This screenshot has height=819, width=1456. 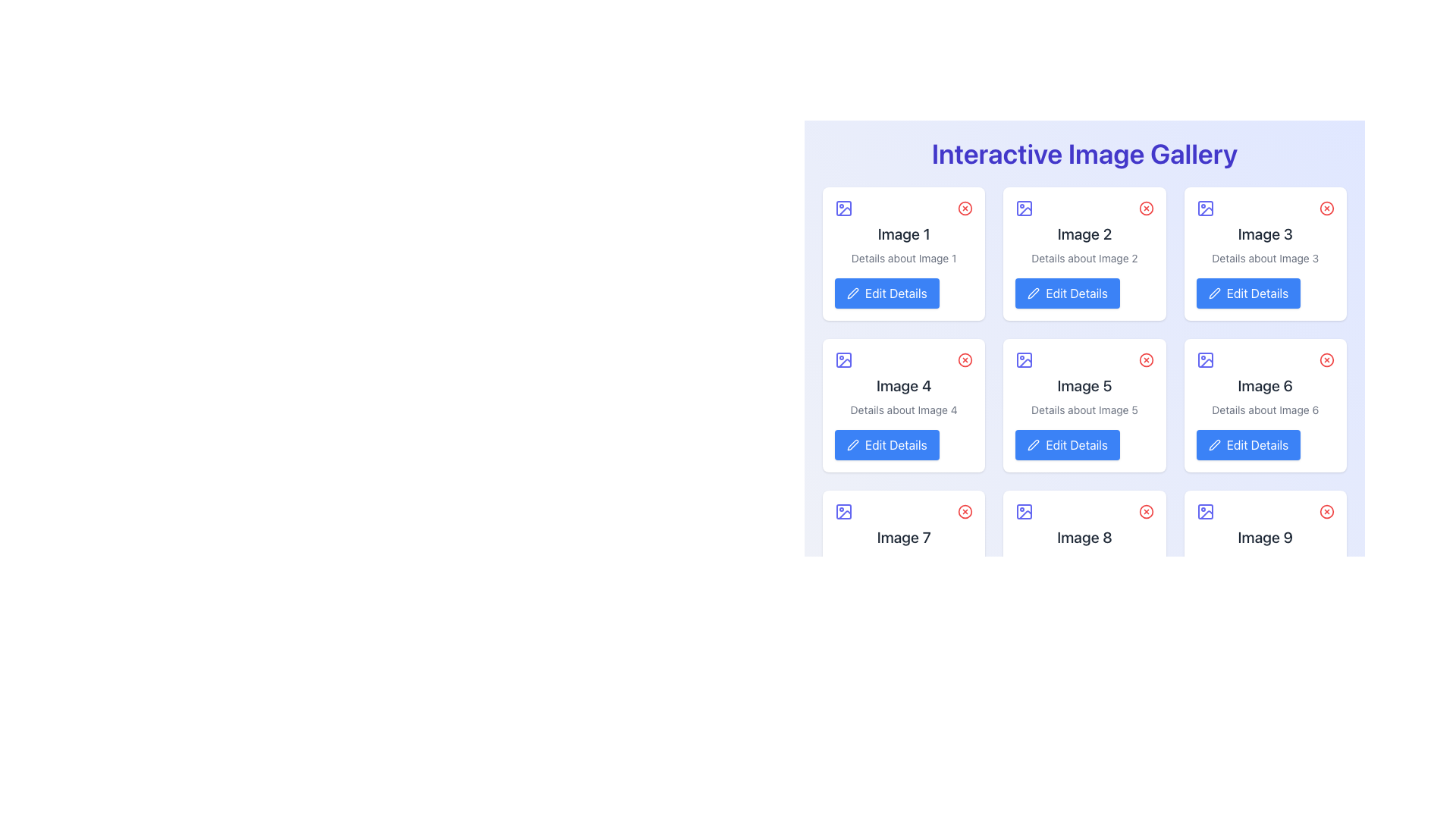 I want to click on the 'Edit Details' button with a blue background and pen icon, so click(x=886, y=293).